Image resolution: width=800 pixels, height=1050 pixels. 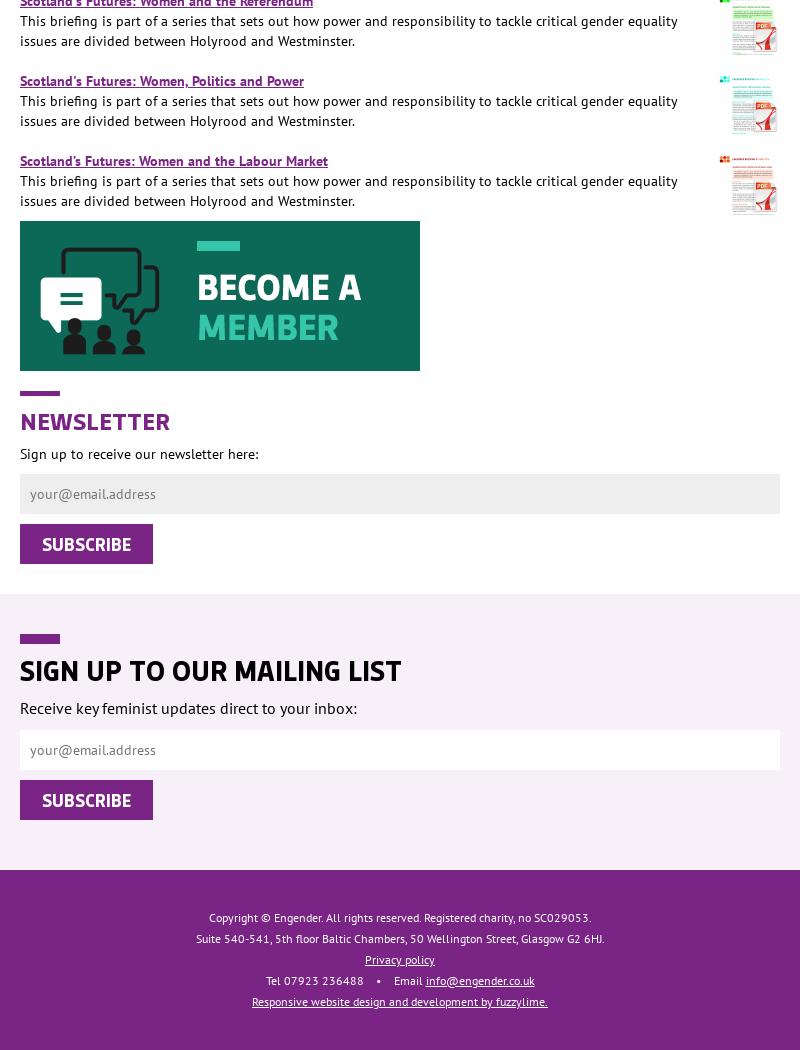 I want to click on 'info@engender.co.uk', so click(x=479, y=980).